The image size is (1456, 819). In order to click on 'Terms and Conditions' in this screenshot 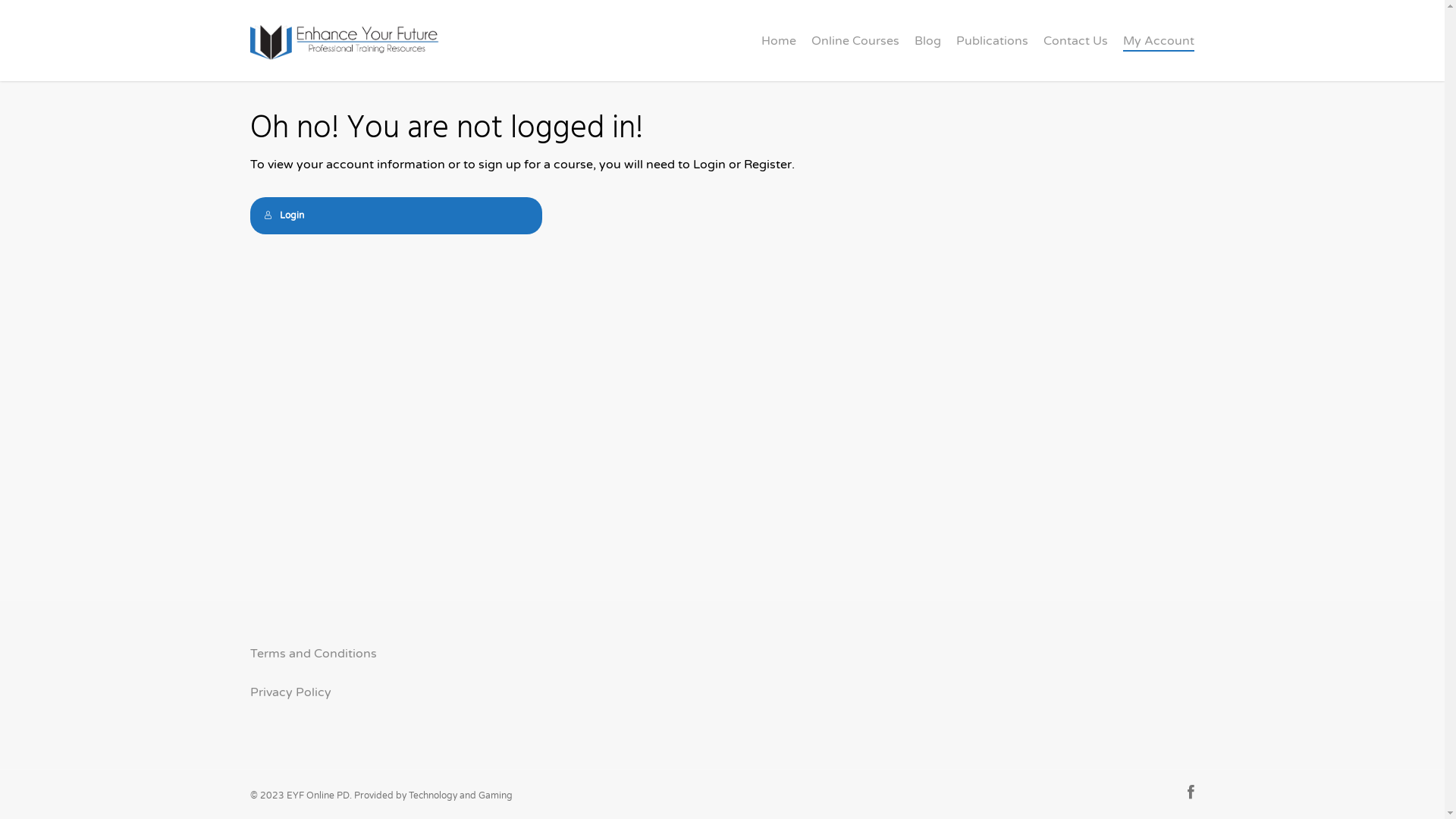, I will do `click(312, 652)`.